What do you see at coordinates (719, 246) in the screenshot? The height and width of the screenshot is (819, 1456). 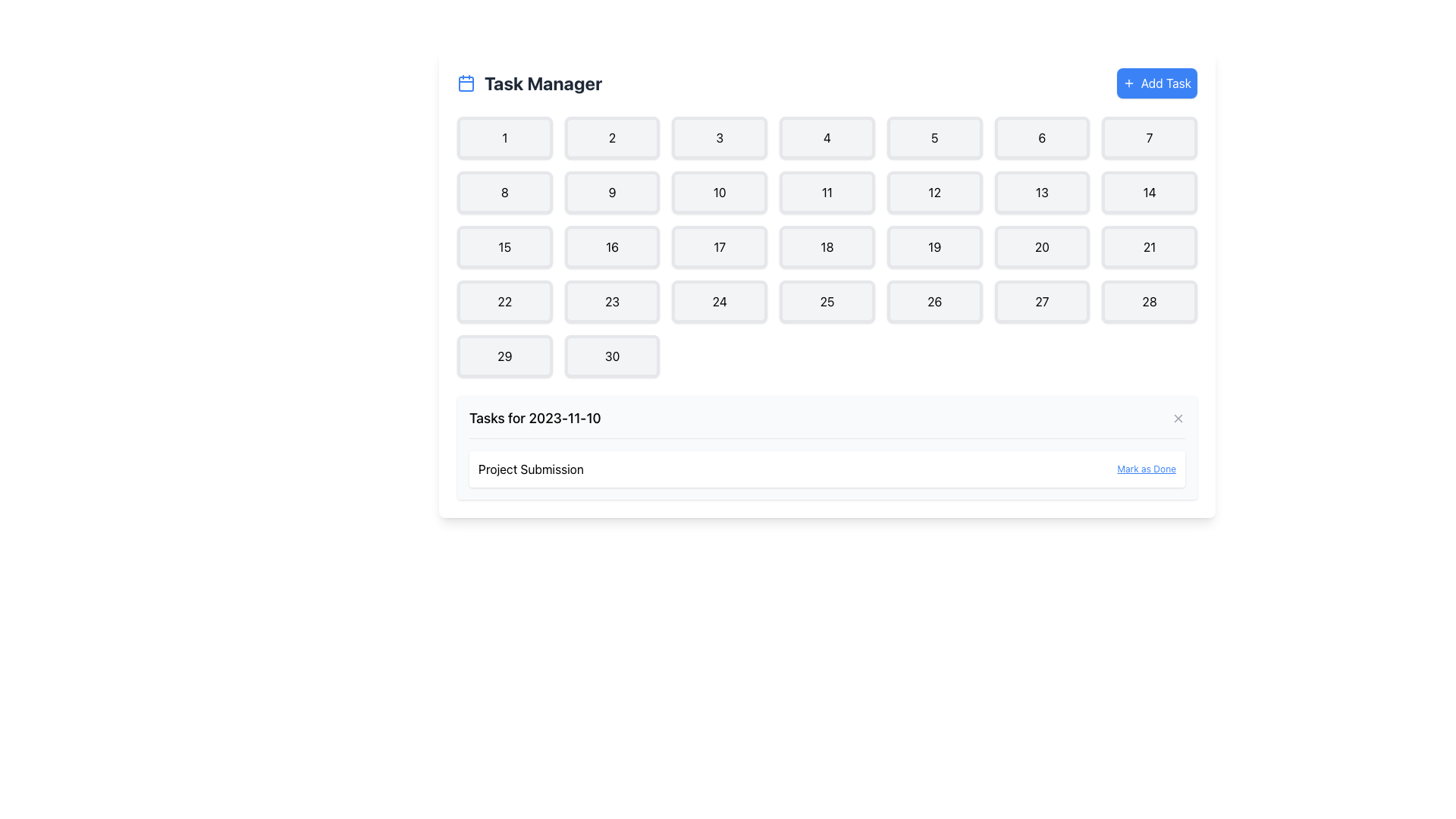 I see `the button labeled '17' with a light gray background located` at bounding box center [719, 246].